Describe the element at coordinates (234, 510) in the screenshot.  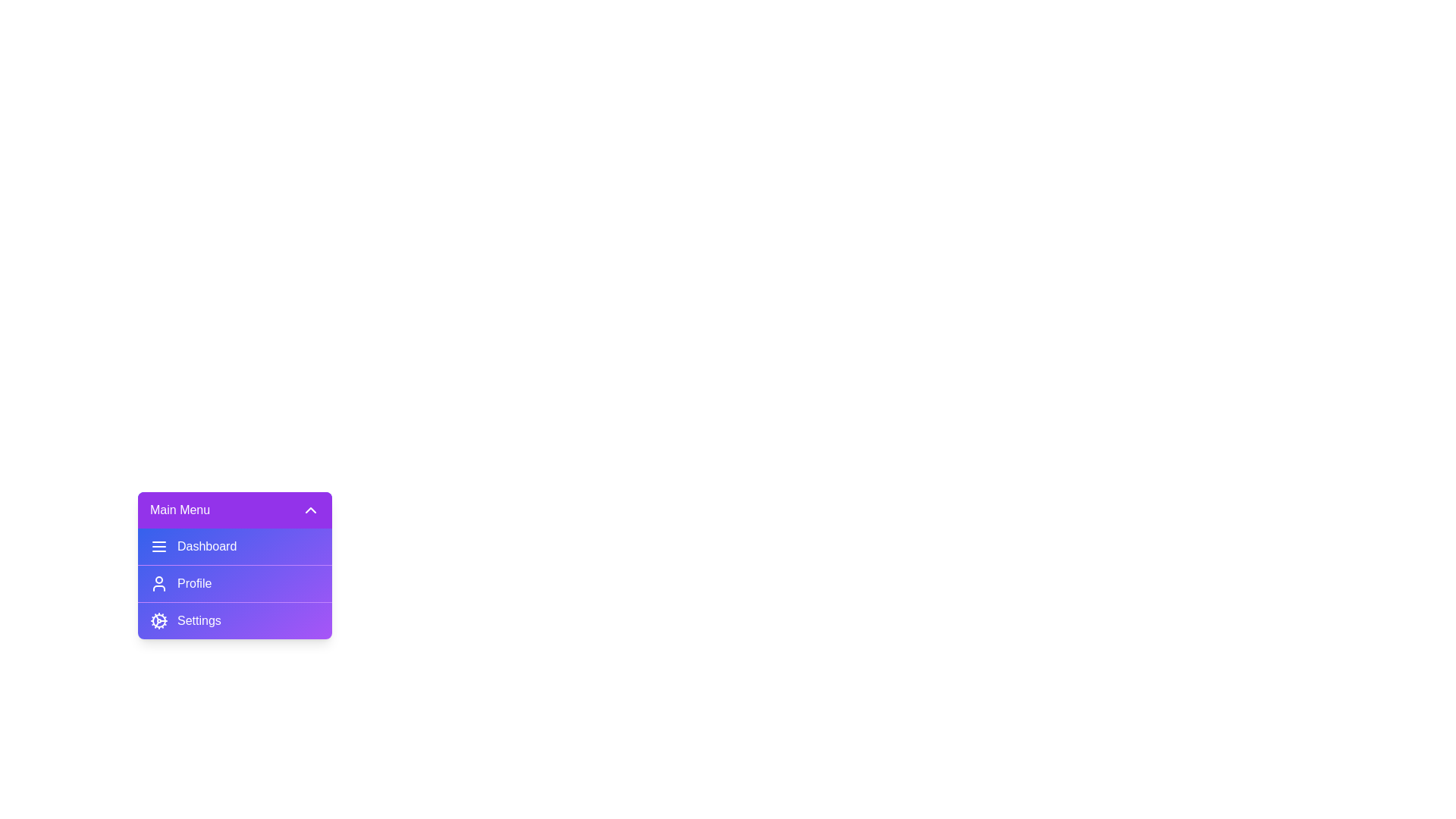
I see `the button at the top of the dropdown menu` at that location.